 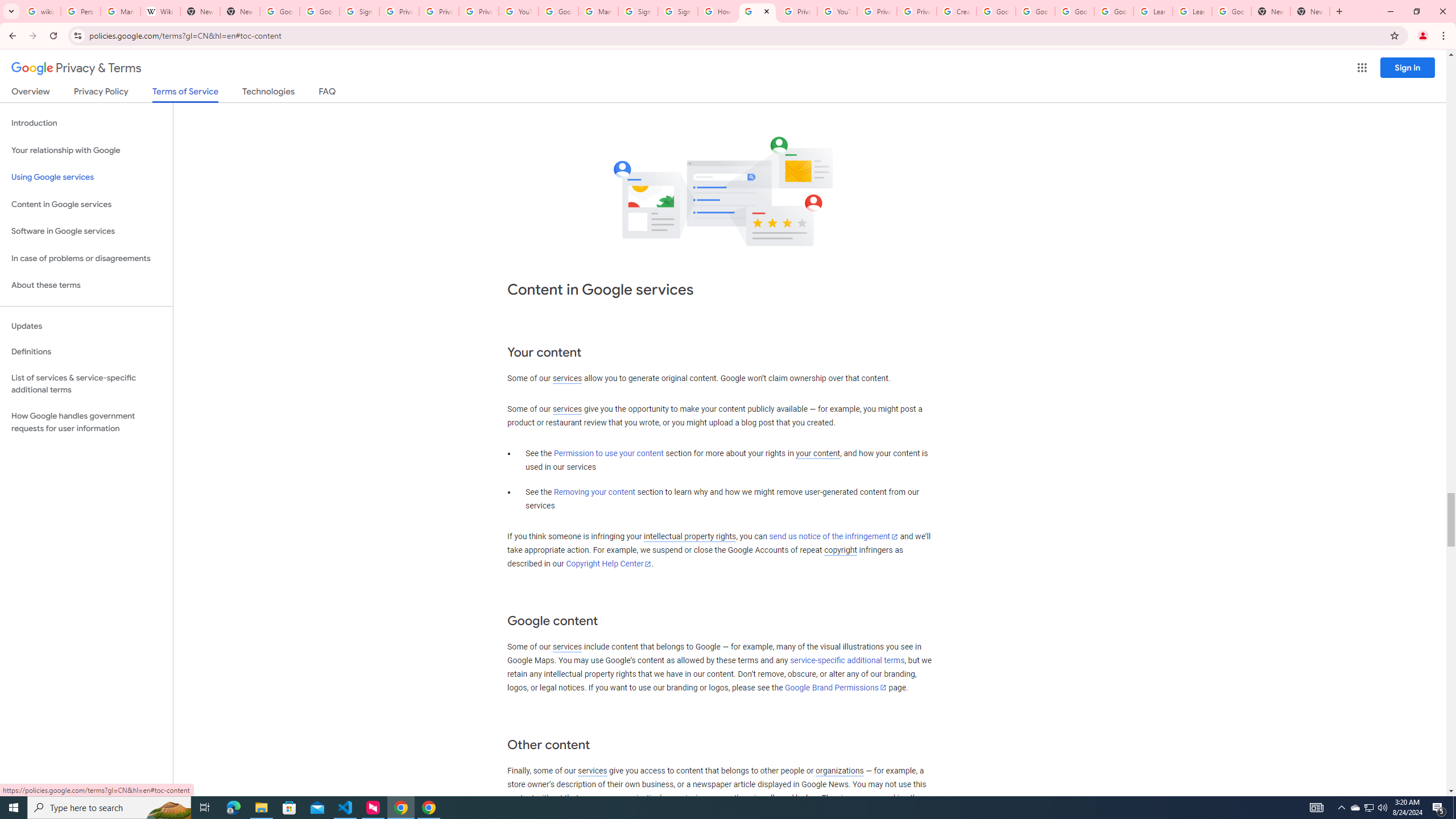 I want to click on 'service-specific additional terms', so click(x=846, y=660).